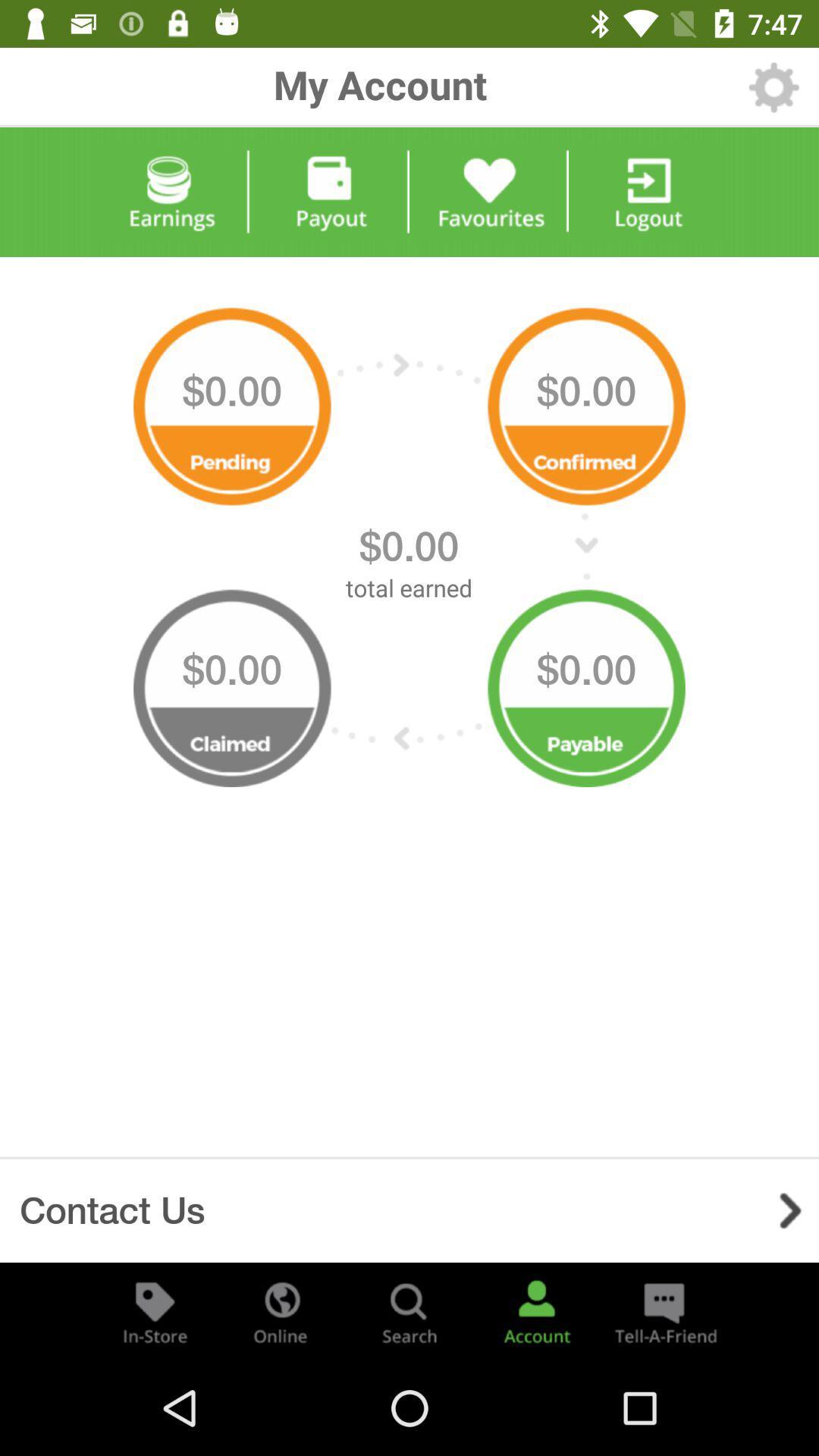  What do you see at coordinates (488, 191) in the screenshot?
I see `the favorite icon` at bounding box center [488, 191].